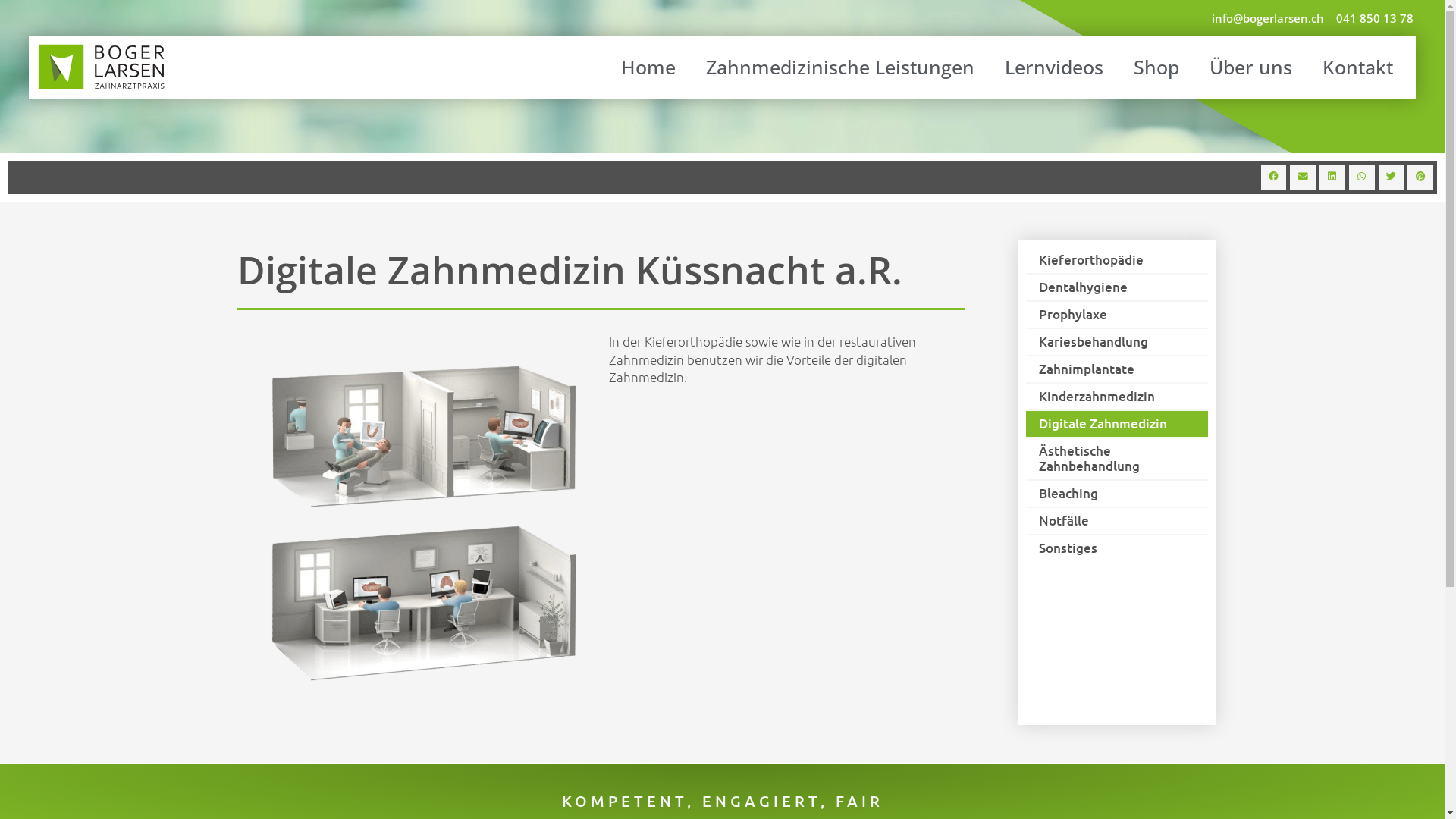  Describe the element at coordinates (1317, 66) in the screenshot. I see `'Kontakt'` at that location.